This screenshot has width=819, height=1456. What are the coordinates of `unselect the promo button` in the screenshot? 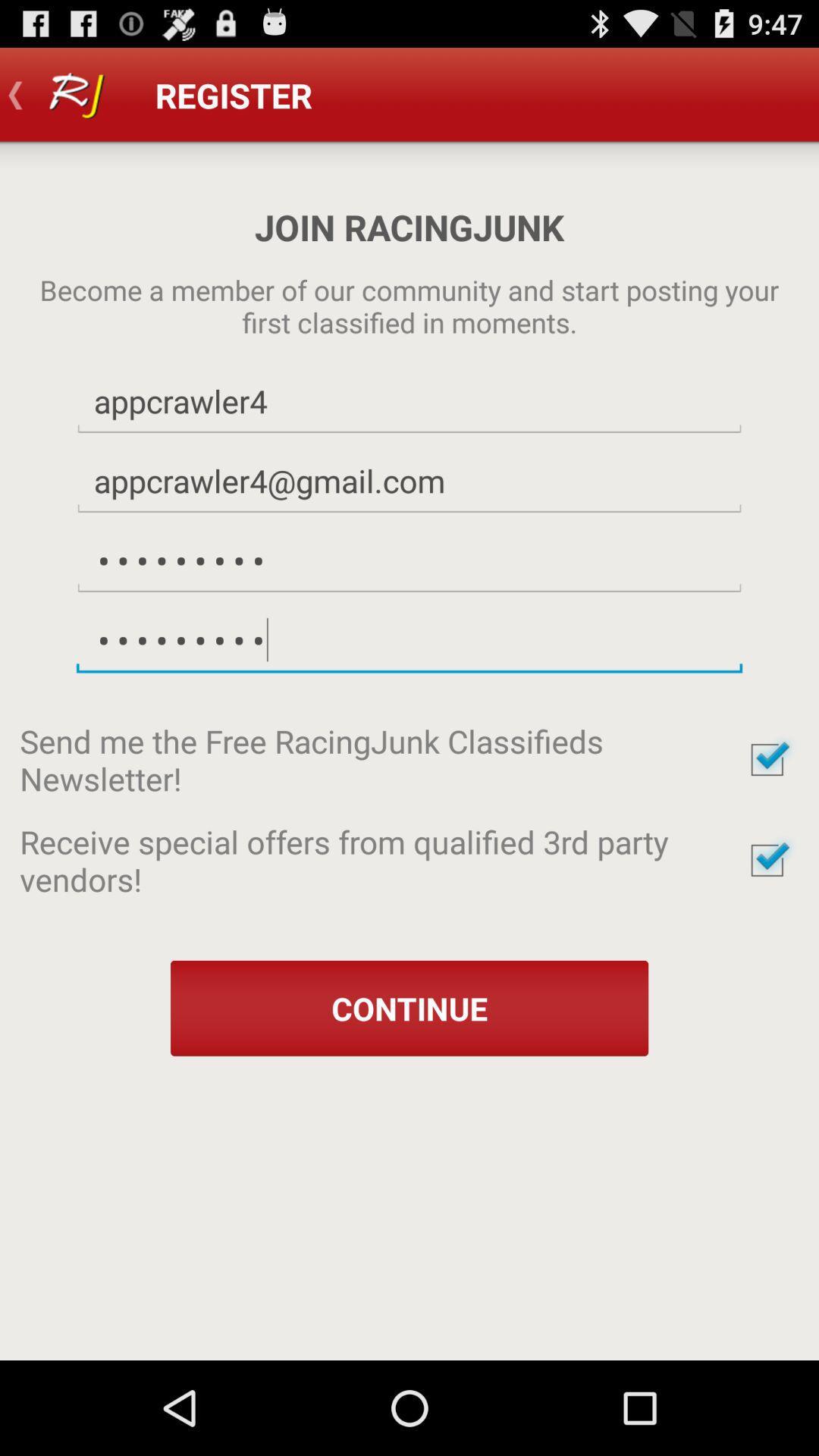 It's located at (767, 860).